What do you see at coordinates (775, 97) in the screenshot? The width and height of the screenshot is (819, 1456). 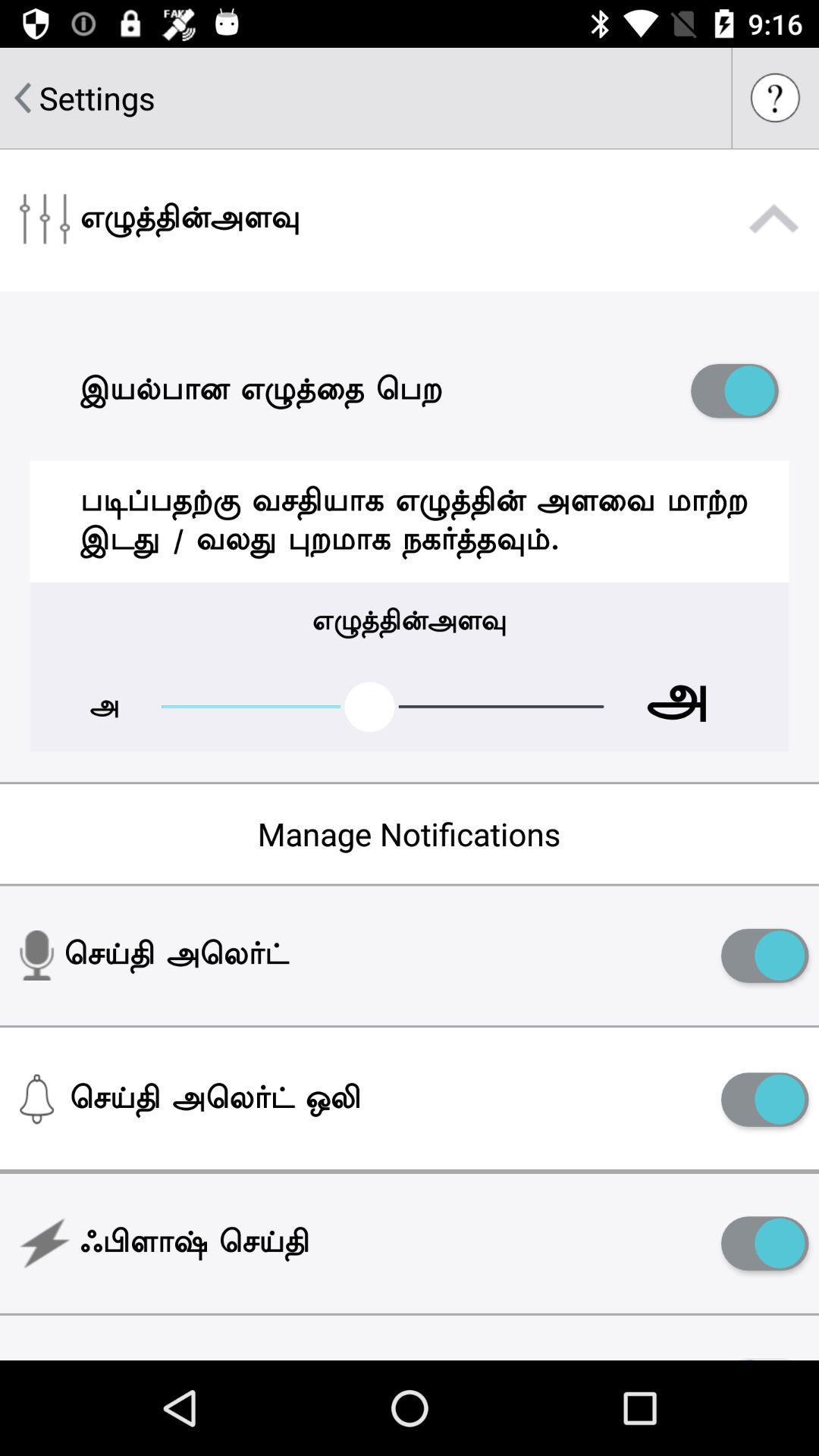 I see `the help icon` at bounding box center [775, 97].